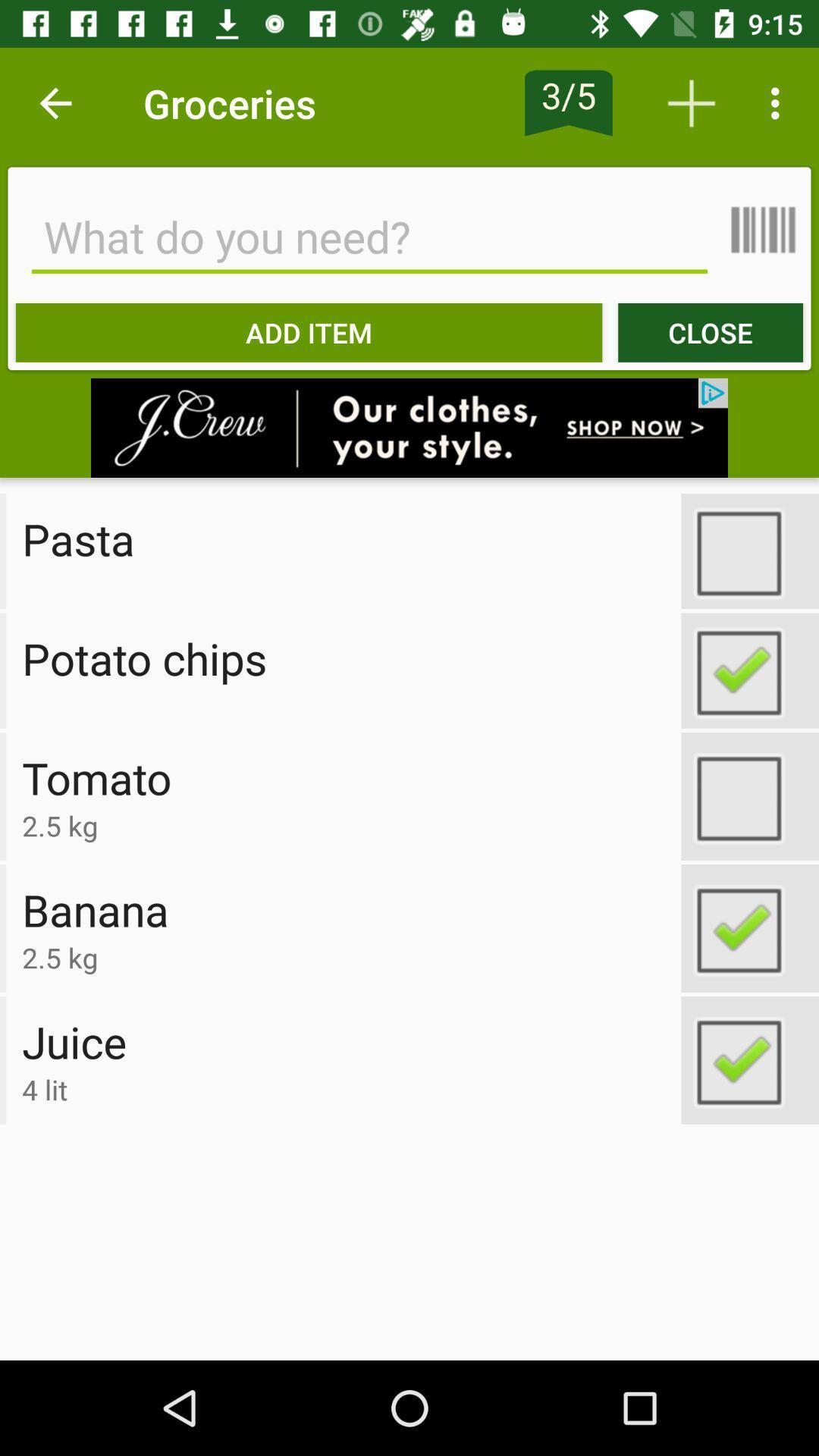 The height and width of the screenshot is (1456, 819). What do you see at coordinates (369, 236) in the screenshot?
I see `search button` at bounding box center [369, 236].